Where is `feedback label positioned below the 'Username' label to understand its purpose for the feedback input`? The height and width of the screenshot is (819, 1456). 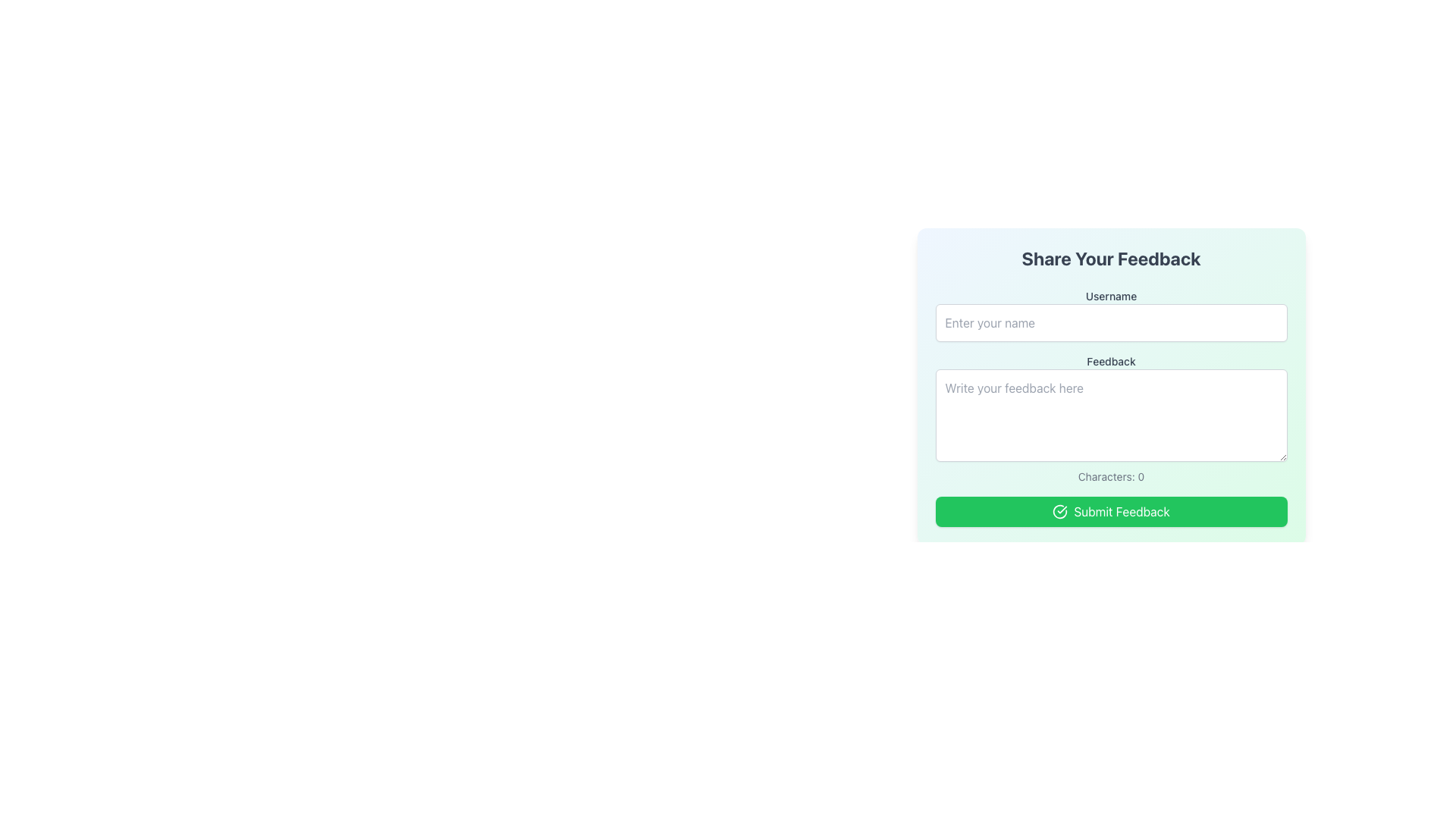 feedback label positioned below the 'Username' label to understand its purpose for the feedback input is located at coordinates (1111, 362).